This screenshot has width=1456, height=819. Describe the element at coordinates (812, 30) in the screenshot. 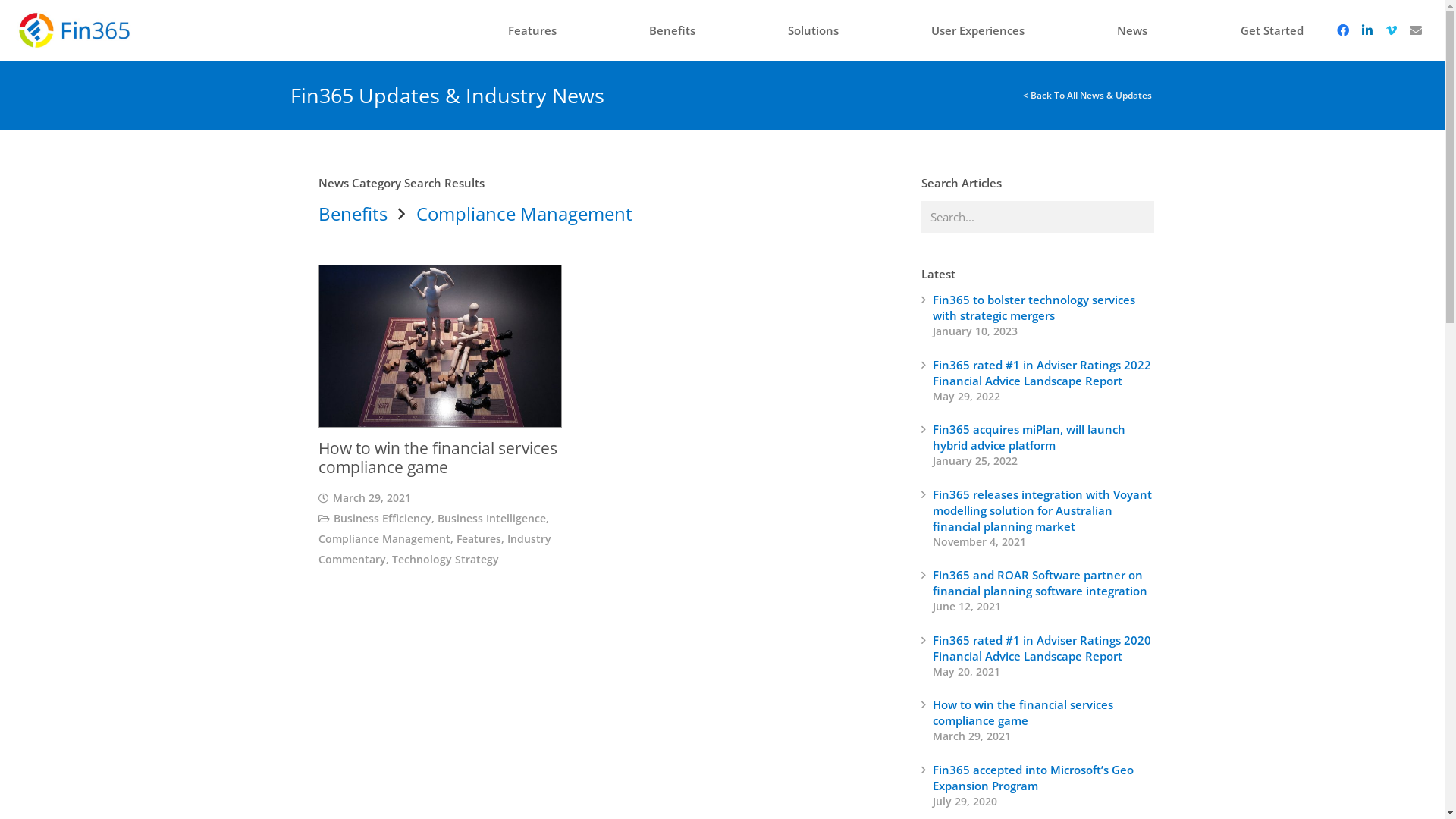

I see `'Solutions'` at that location.